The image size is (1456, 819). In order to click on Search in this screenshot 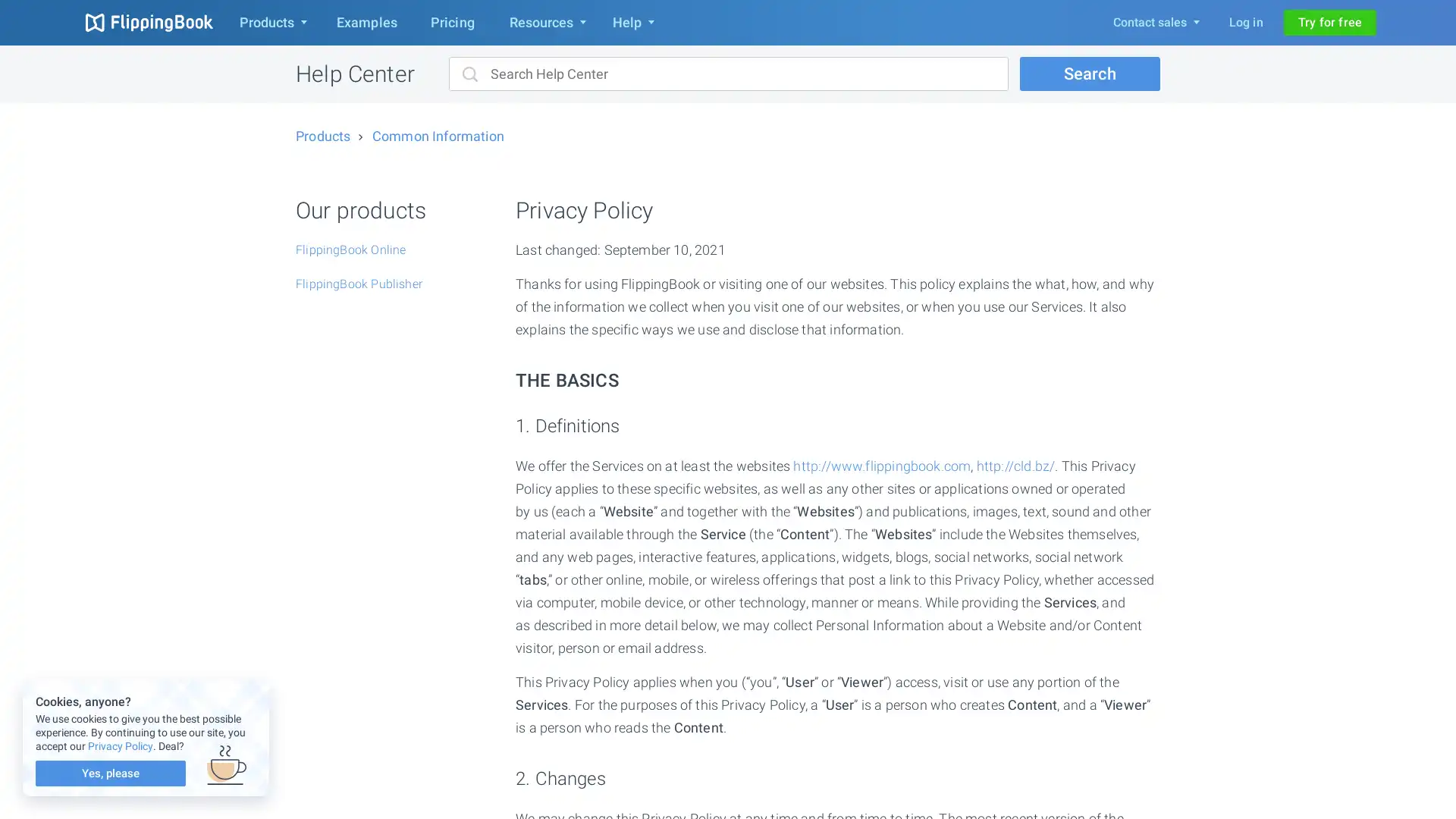, I will do `click(1089, 74)`.